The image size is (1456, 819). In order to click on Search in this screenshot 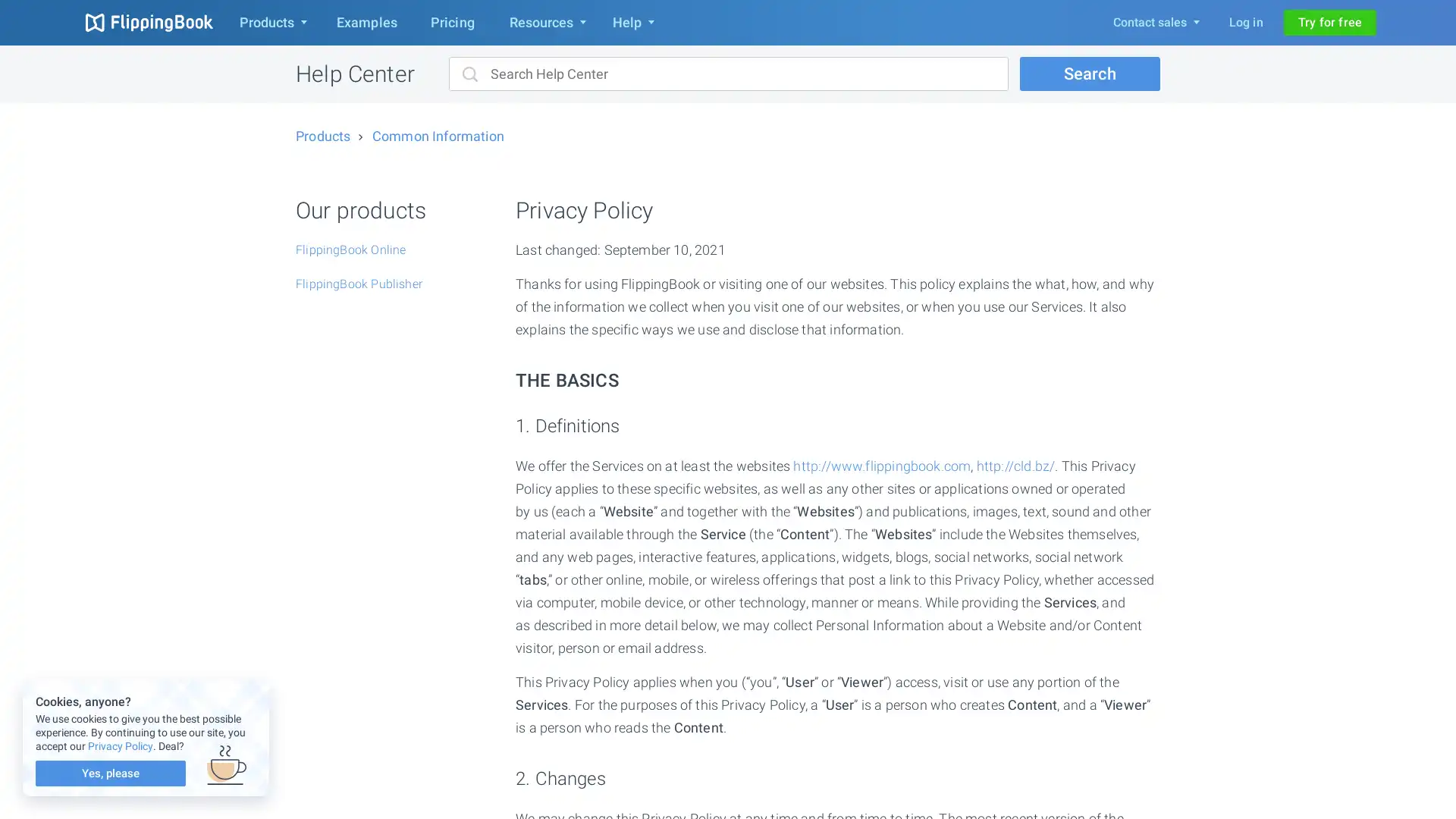, I will do `click(1089, 74)`.